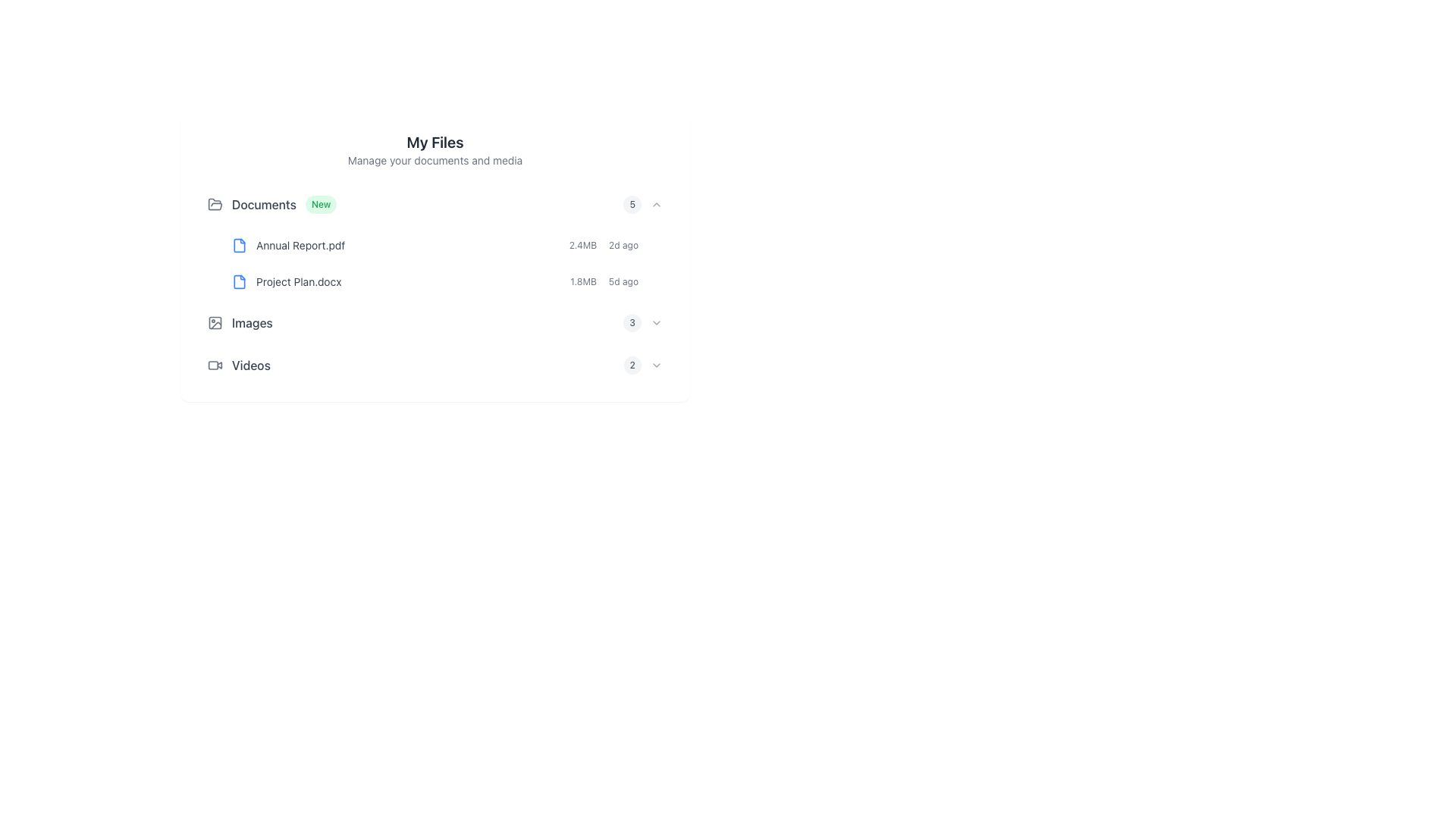 The image size is (1456, 819). What do you see at coordinates (239, 245) in the screenshot?
I see `the file icon, which is a minimalist, light blue graphical design located next` at bounding box center [239, 245].